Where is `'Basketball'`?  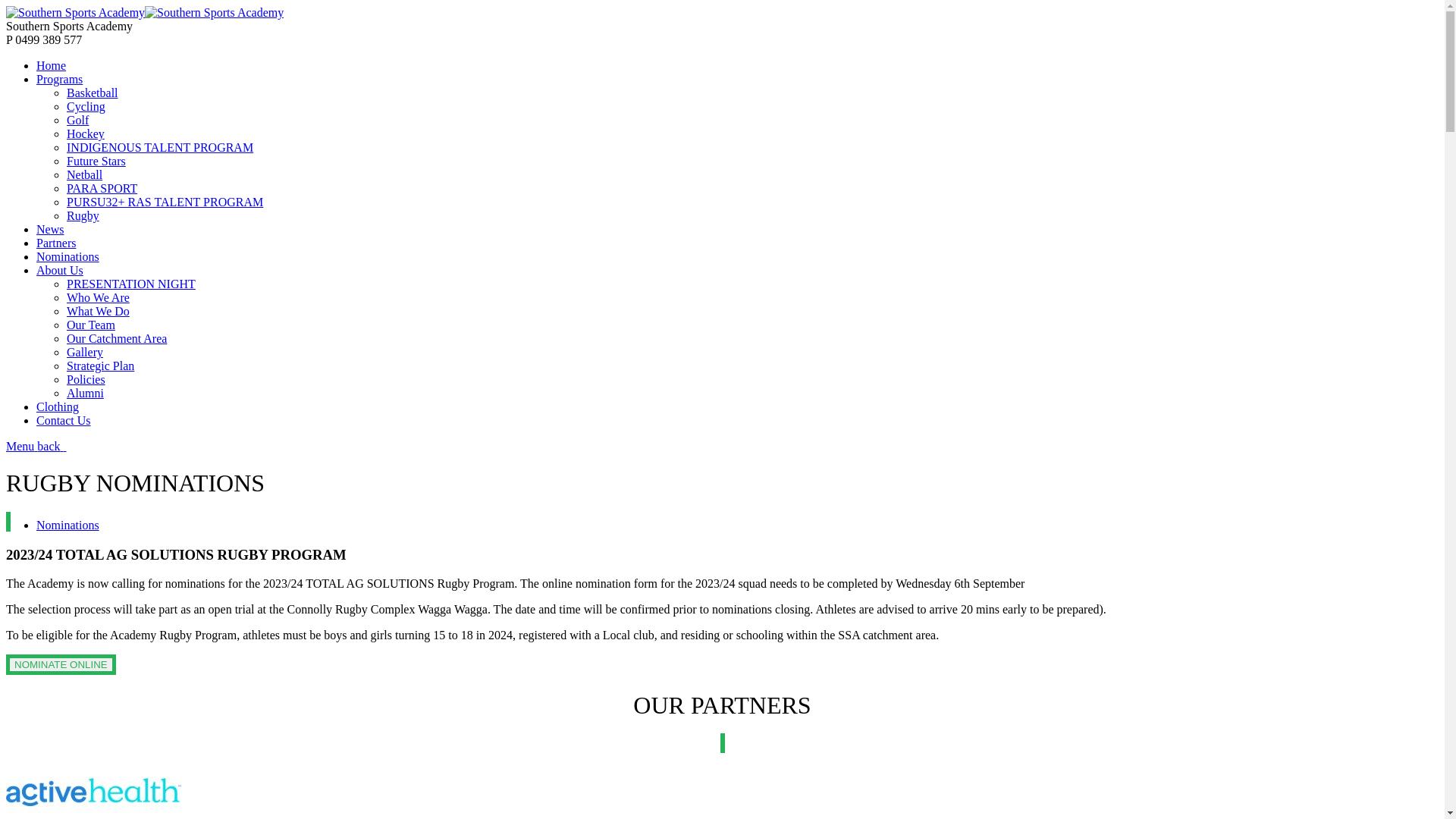 'Basketball' is located at coordinates (91, 93).